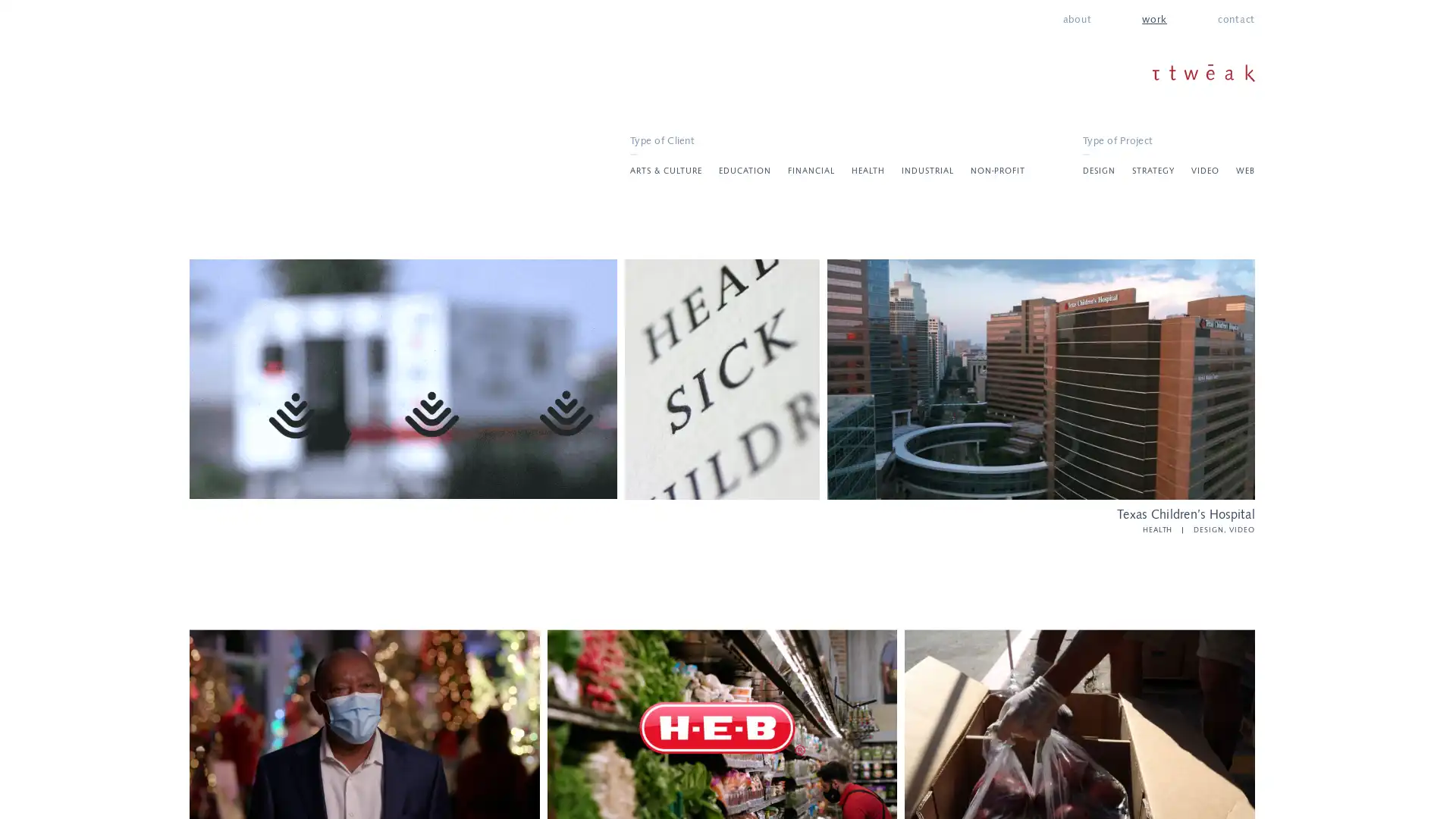 The image size is (1456, 819). Describe the element at coordinates (997, 171) in the screenshot. I see `NON-PROFIT` at that location.